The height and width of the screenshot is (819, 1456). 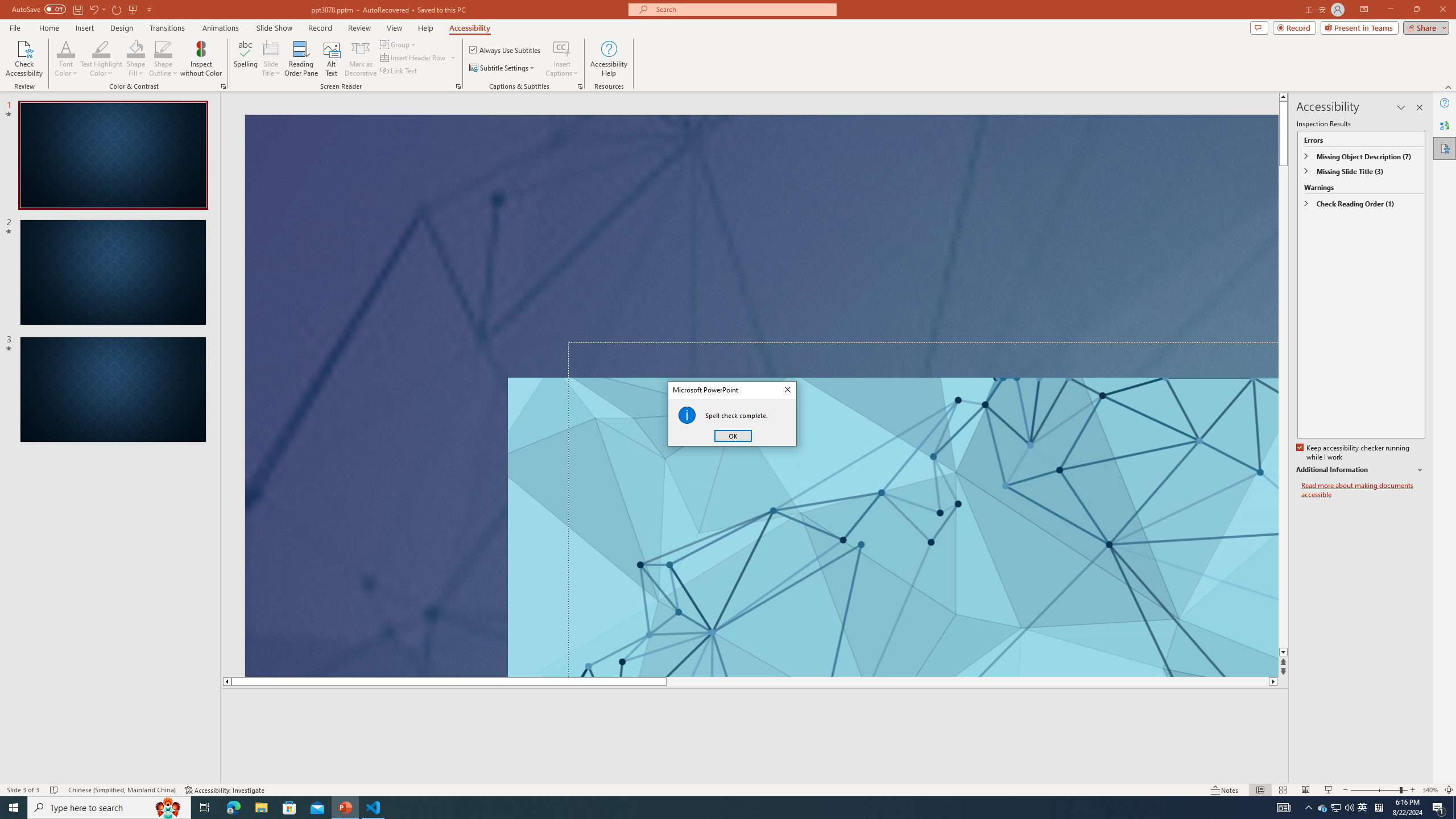 I want to click on 'Insert Captions', so click(x=561, y=48).